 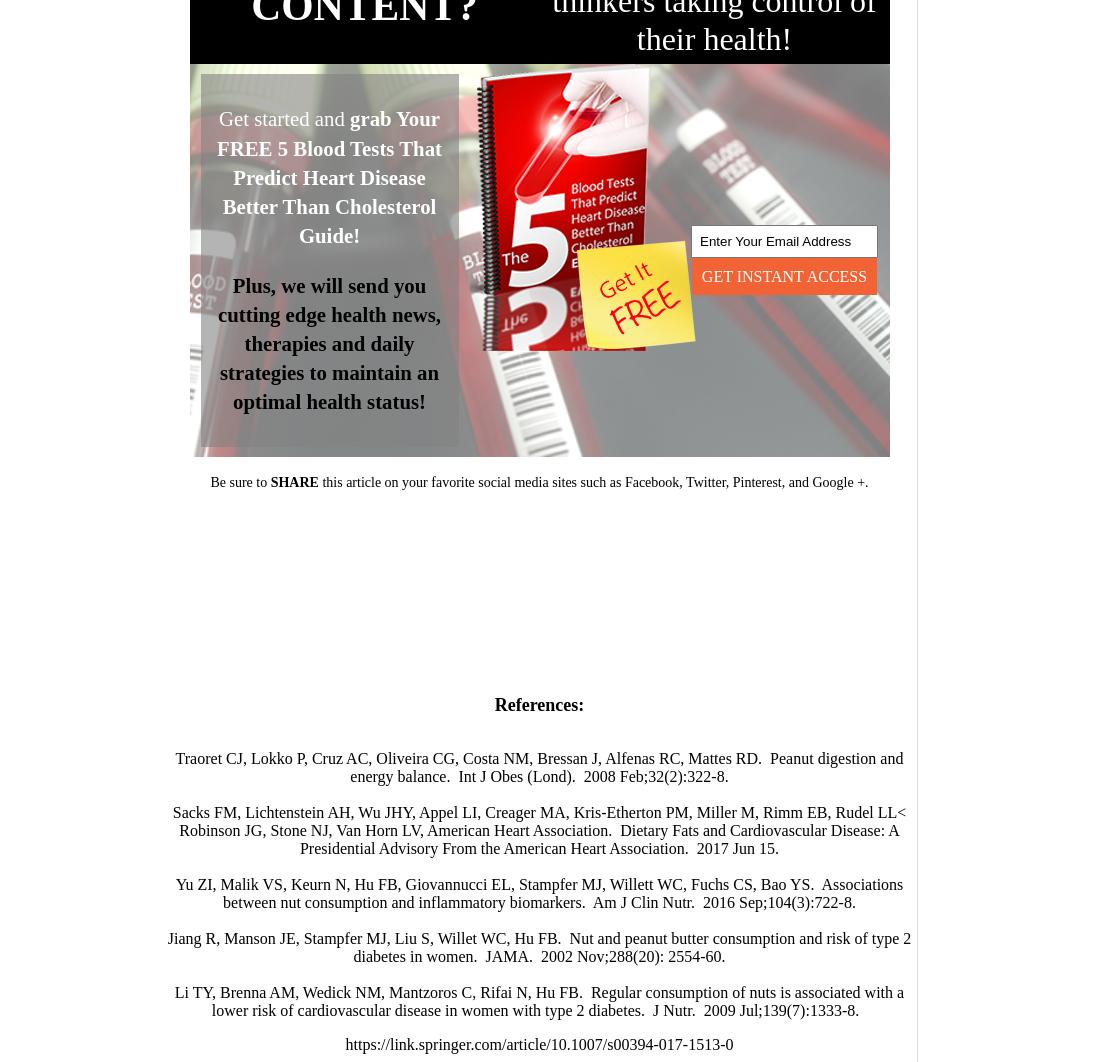 I want to click on 'References:', so click(x=539, y=704).